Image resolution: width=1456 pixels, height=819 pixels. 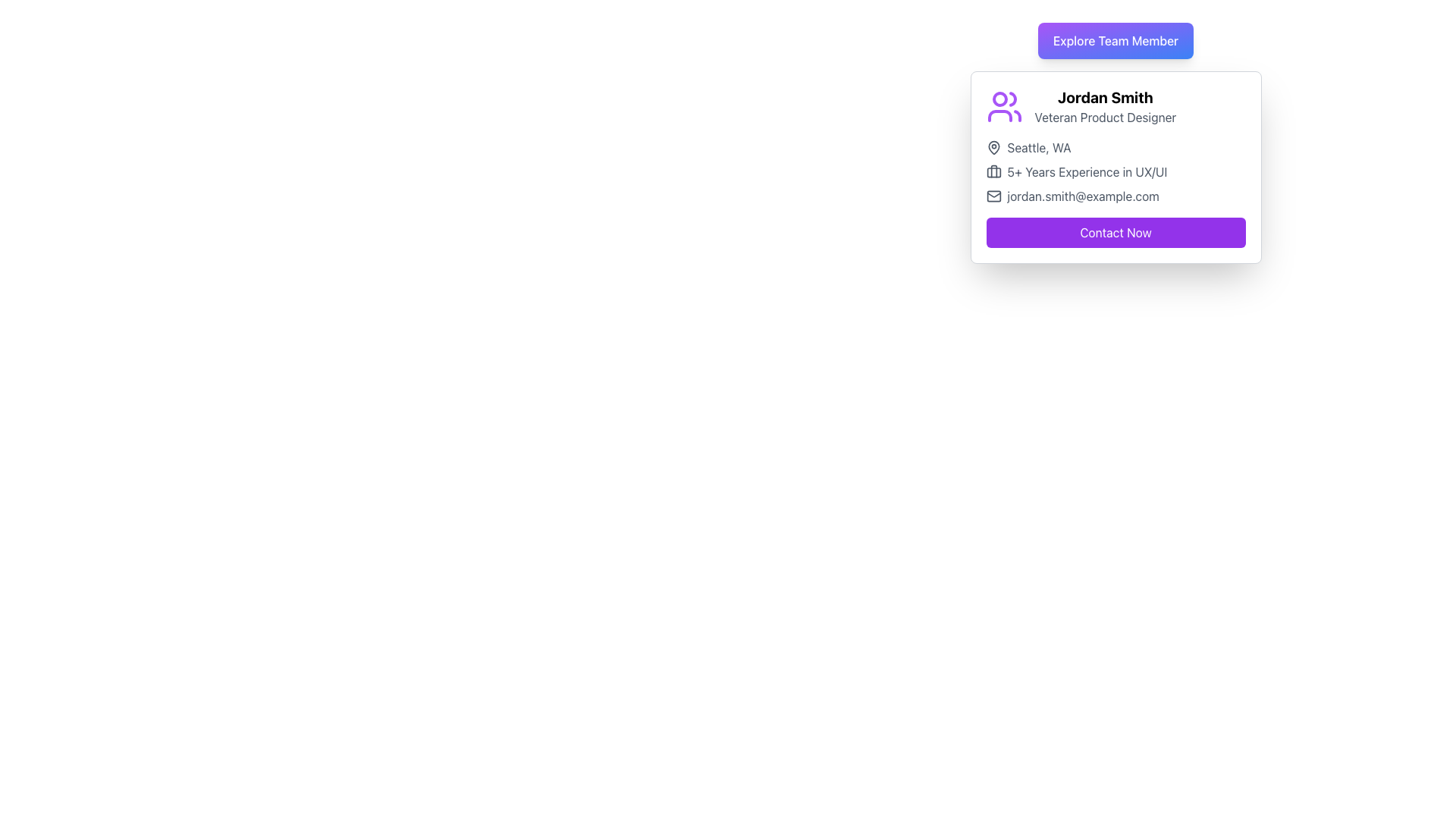 What do you see at coordinates (993, 171) in the screenshot?
I see `SVG Rectangular Shape that is part of the briefcase icon in the user information section, located in the center-right area of the interface` at bounding box center [993, 171].